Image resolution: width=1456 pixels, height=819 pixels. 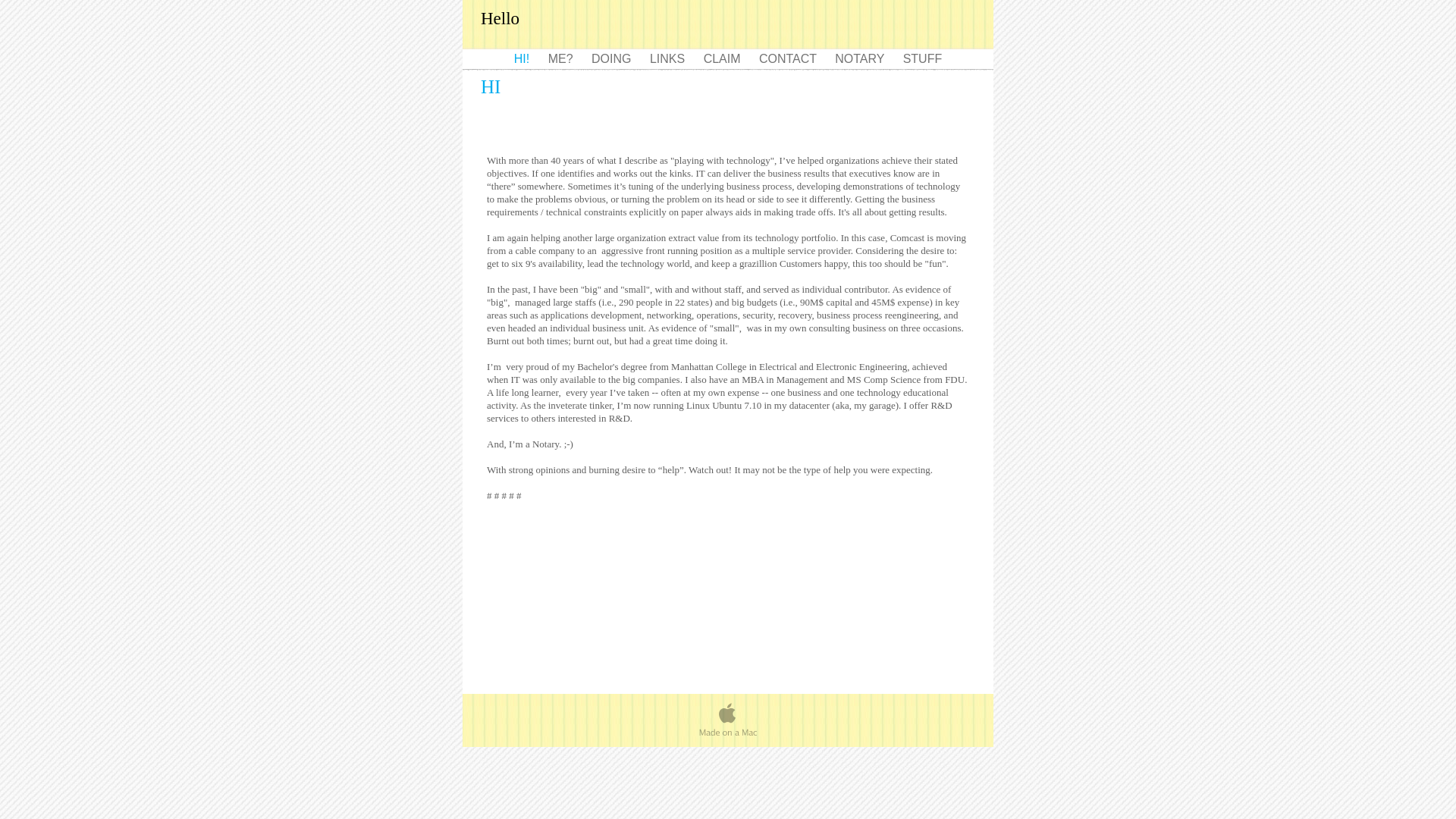 What do you see at coordinates (613, 58) in the screenshot?
I see `'DOING'` at bounding box center [613, 58].